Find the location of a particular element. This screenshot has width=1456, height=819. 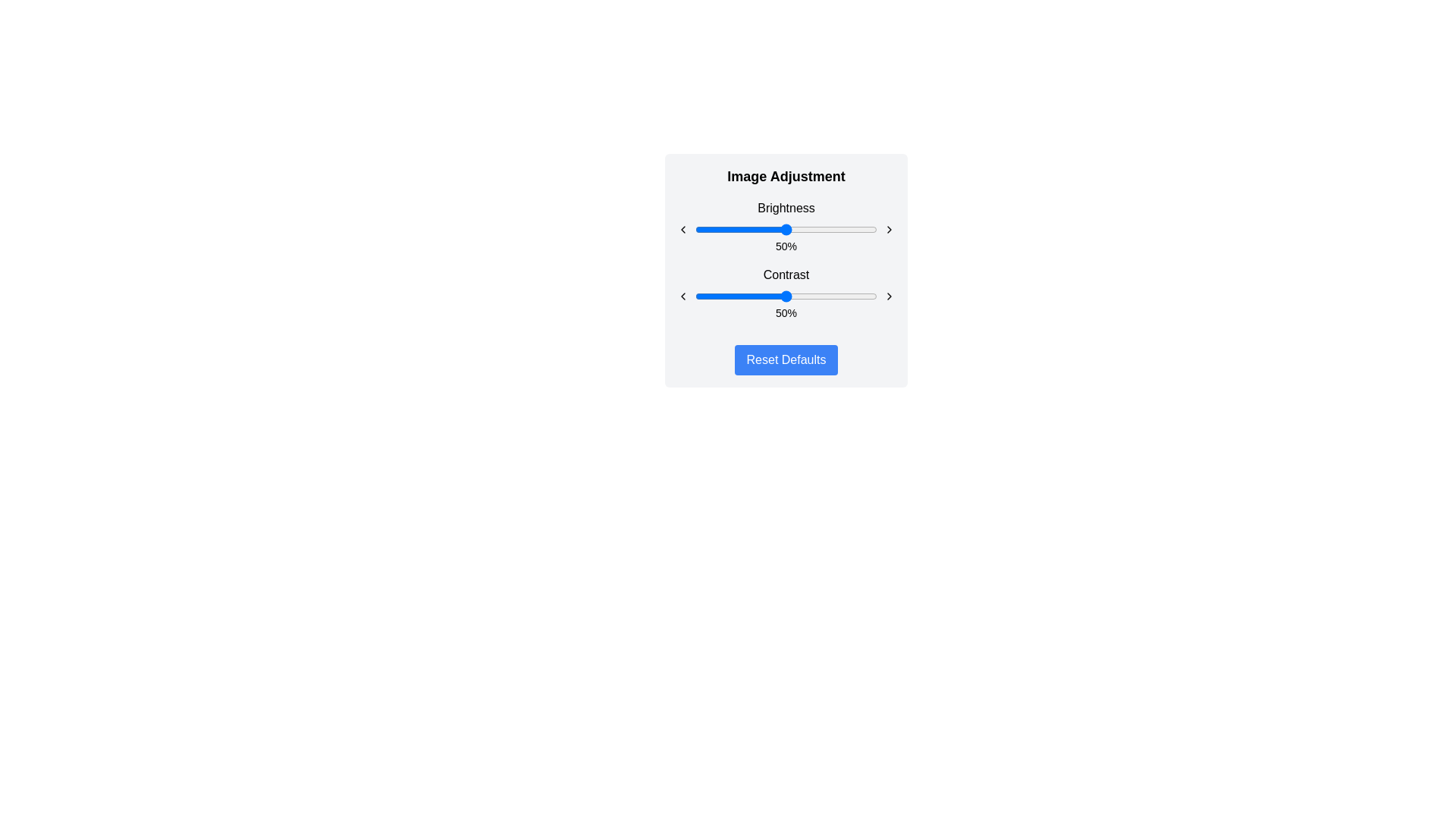

brightness is located at coordinates (875, 230).